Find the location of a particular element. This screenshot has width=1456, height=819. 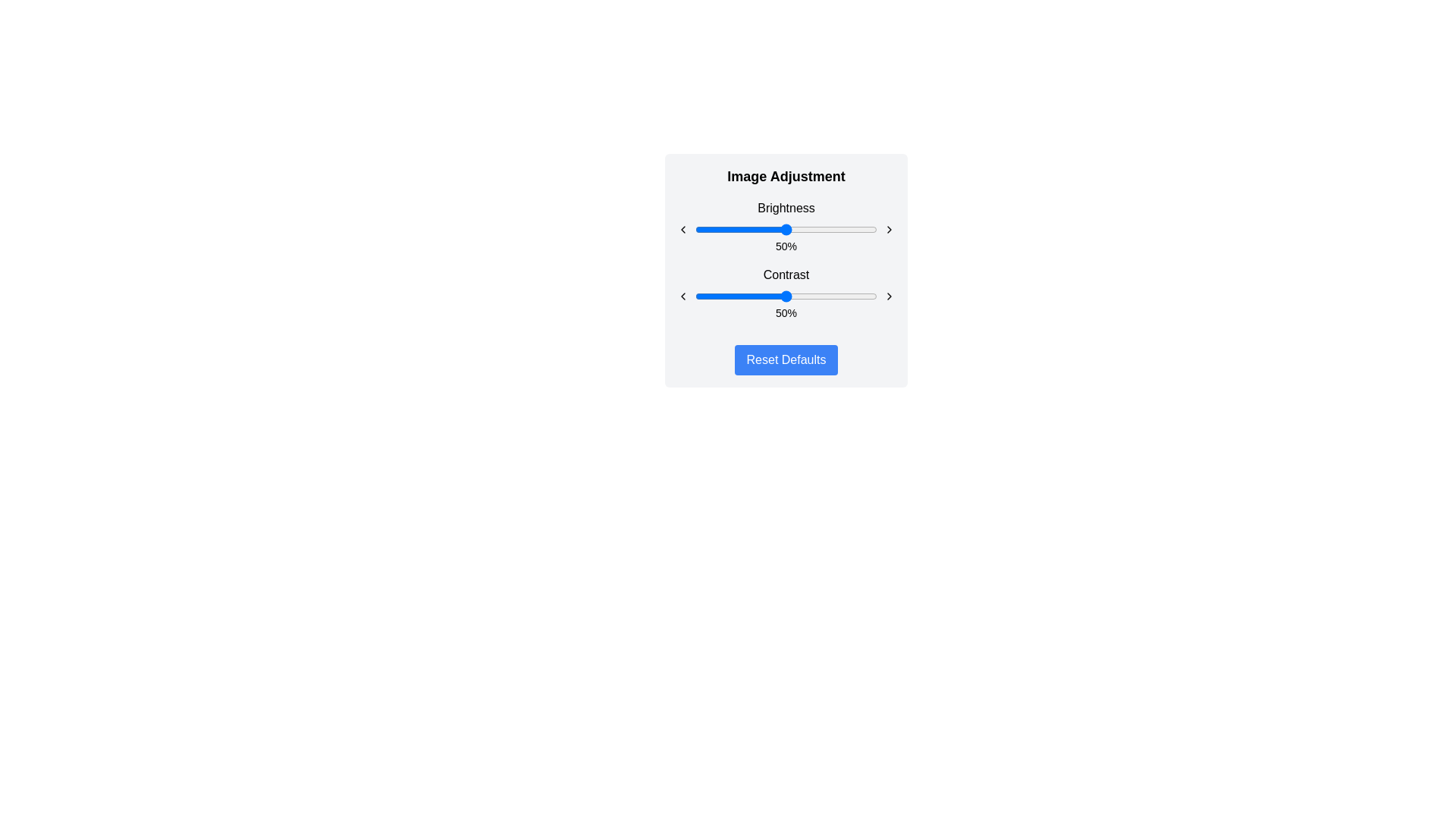

brightness is located at coordinates (875, 230).